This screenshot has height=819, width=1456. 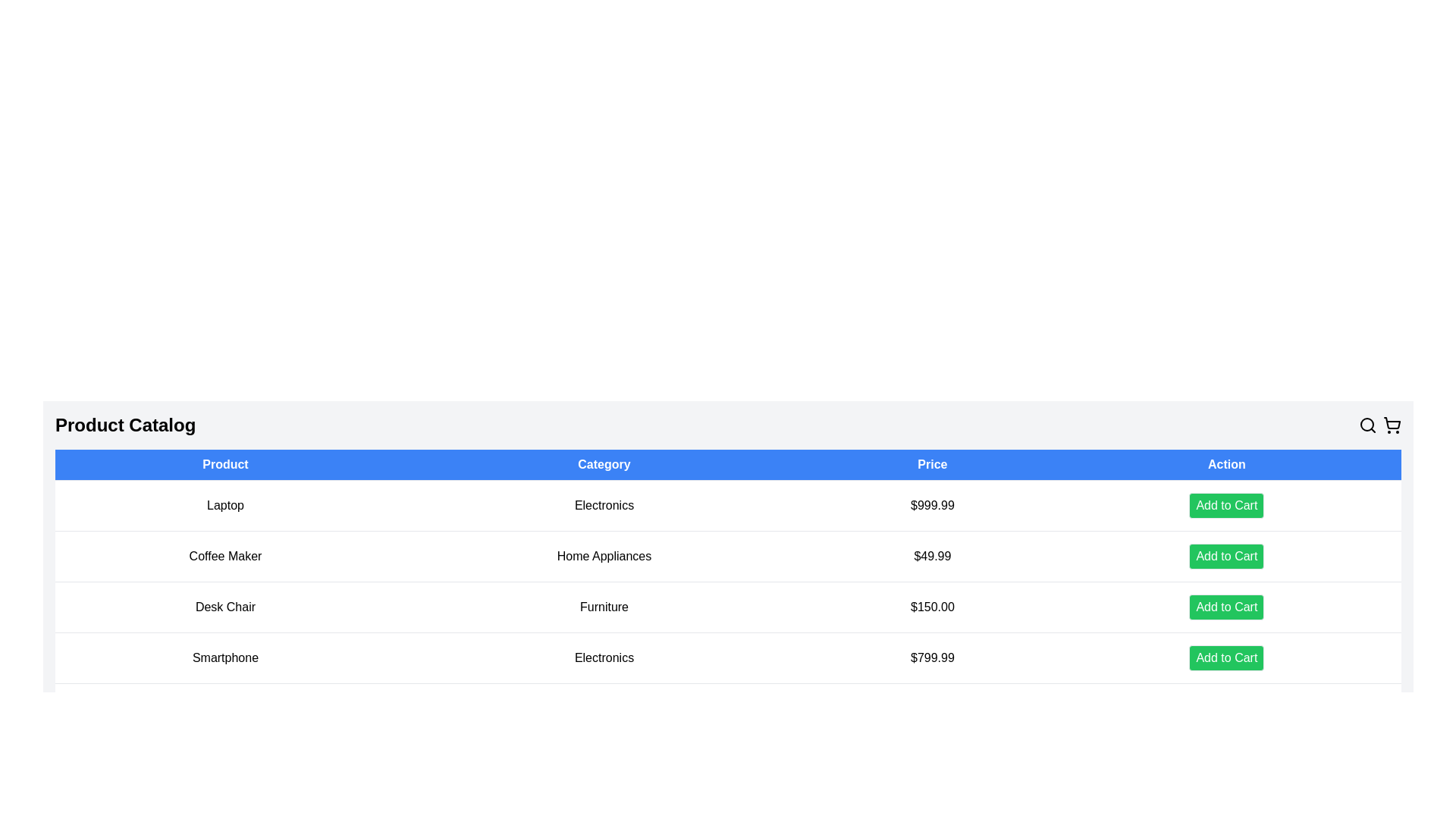 What do you see at coordinates (728, 657) in the screenshot?
I see `details of the product in the fourth row of the table, which includes the product name 'Smartphone', category 'Electronics', price '$799.99', and an 'Add to Cart' button` at bounding box center [728, 657].